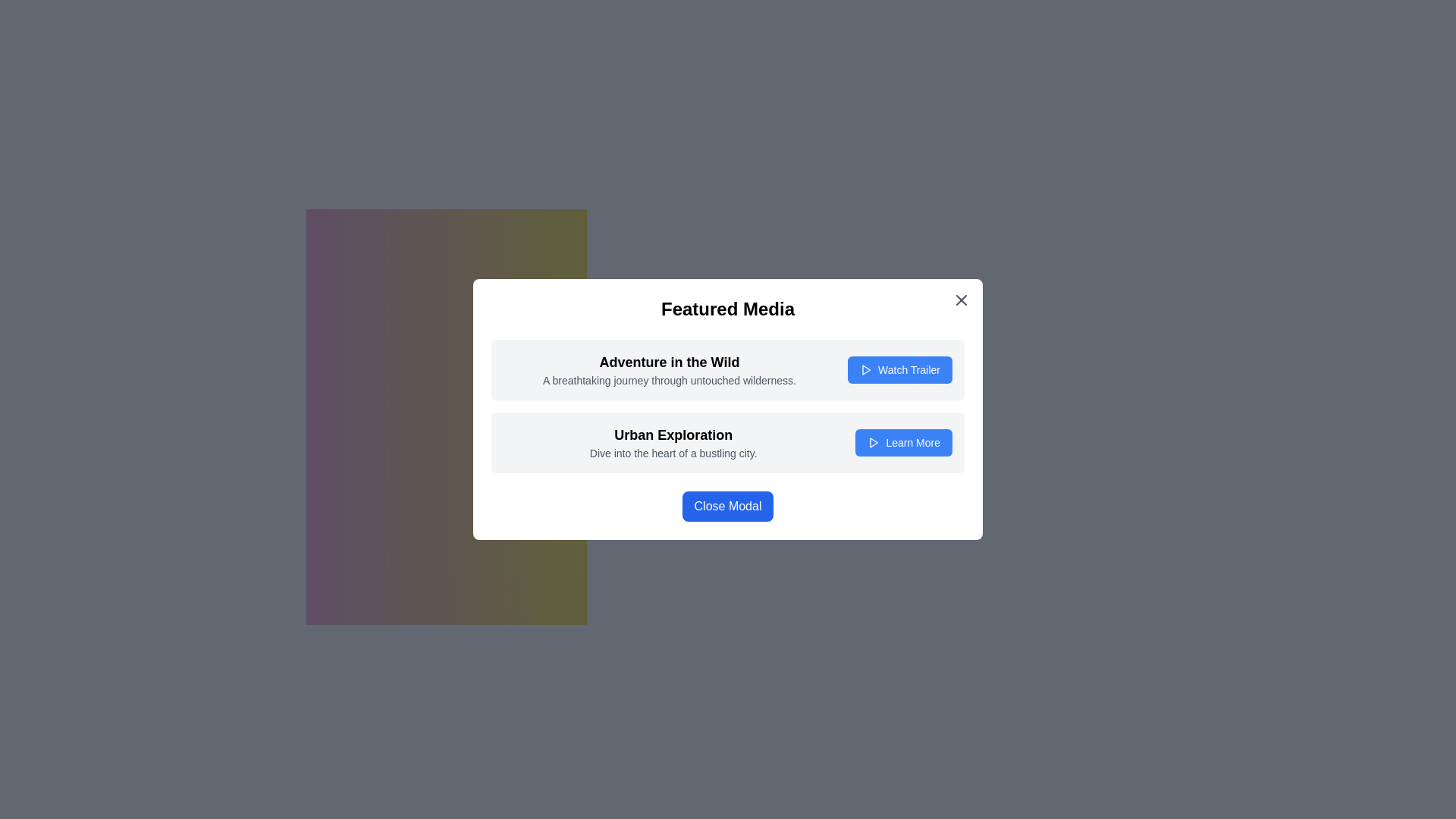 The height and width of the screenshot is (819, 1456). I want to click on the text element displaying 'A breathtaking journey through untouched wilderness.' located underneath the title 'Adventure in the Wild.', so click(669, 379).